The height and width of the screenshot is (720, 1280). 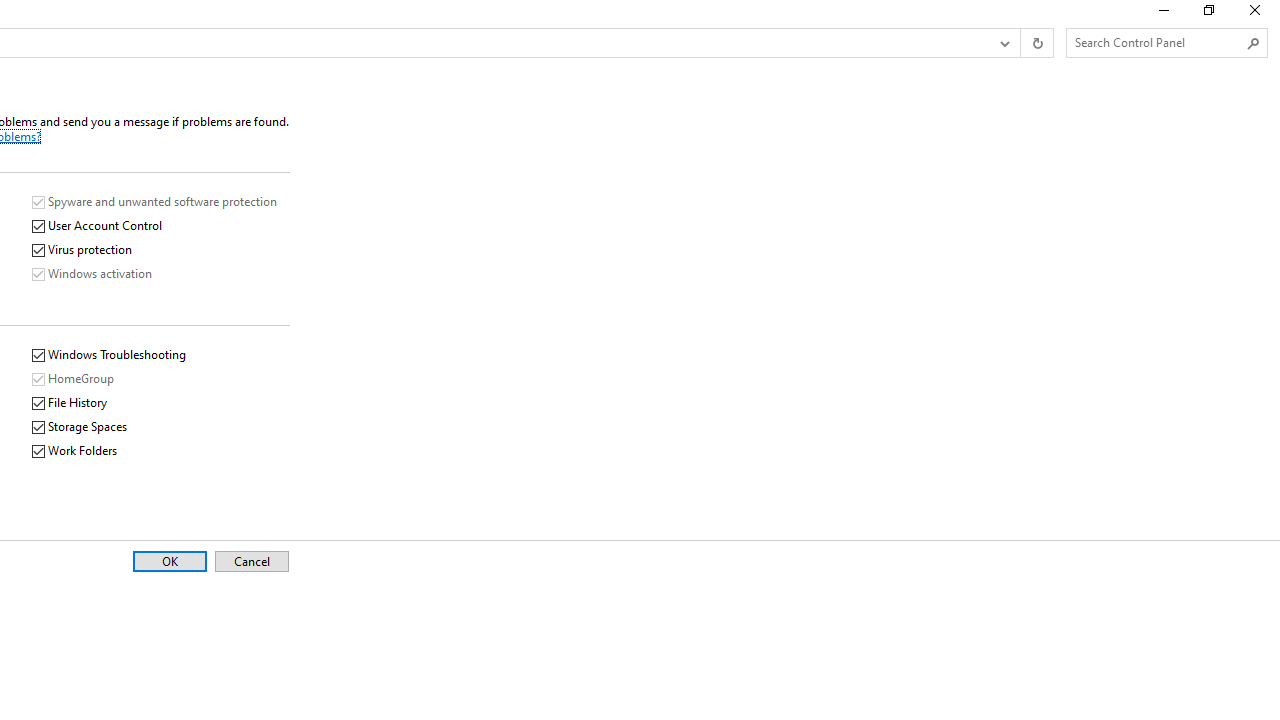 What do you see at coordinates (1157, 42) in the screenshot?
I see `'Search Box'` at bounding box center [1157, 42].